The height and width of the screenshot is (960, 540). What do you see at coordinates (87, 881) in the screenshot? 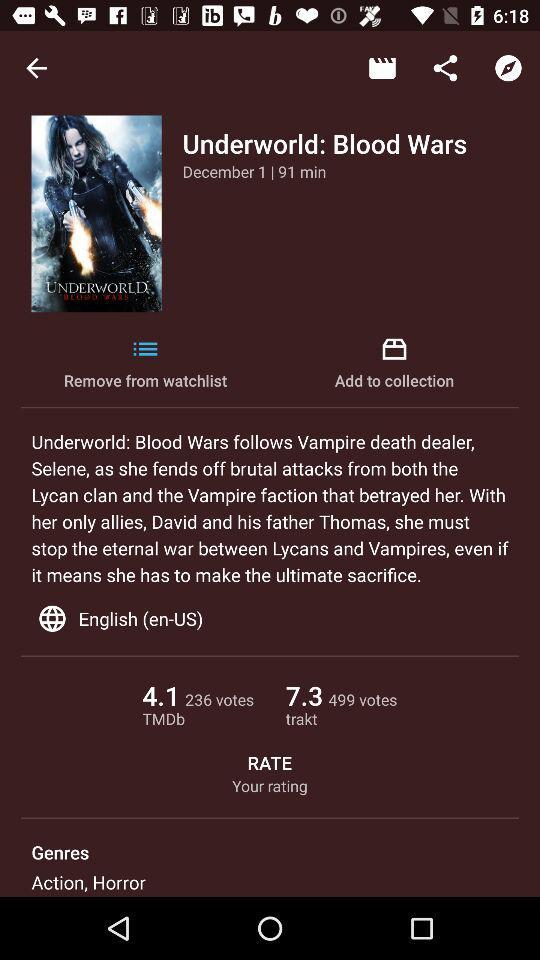
I see `the action, horror icon` at bounding box center [87, 881].